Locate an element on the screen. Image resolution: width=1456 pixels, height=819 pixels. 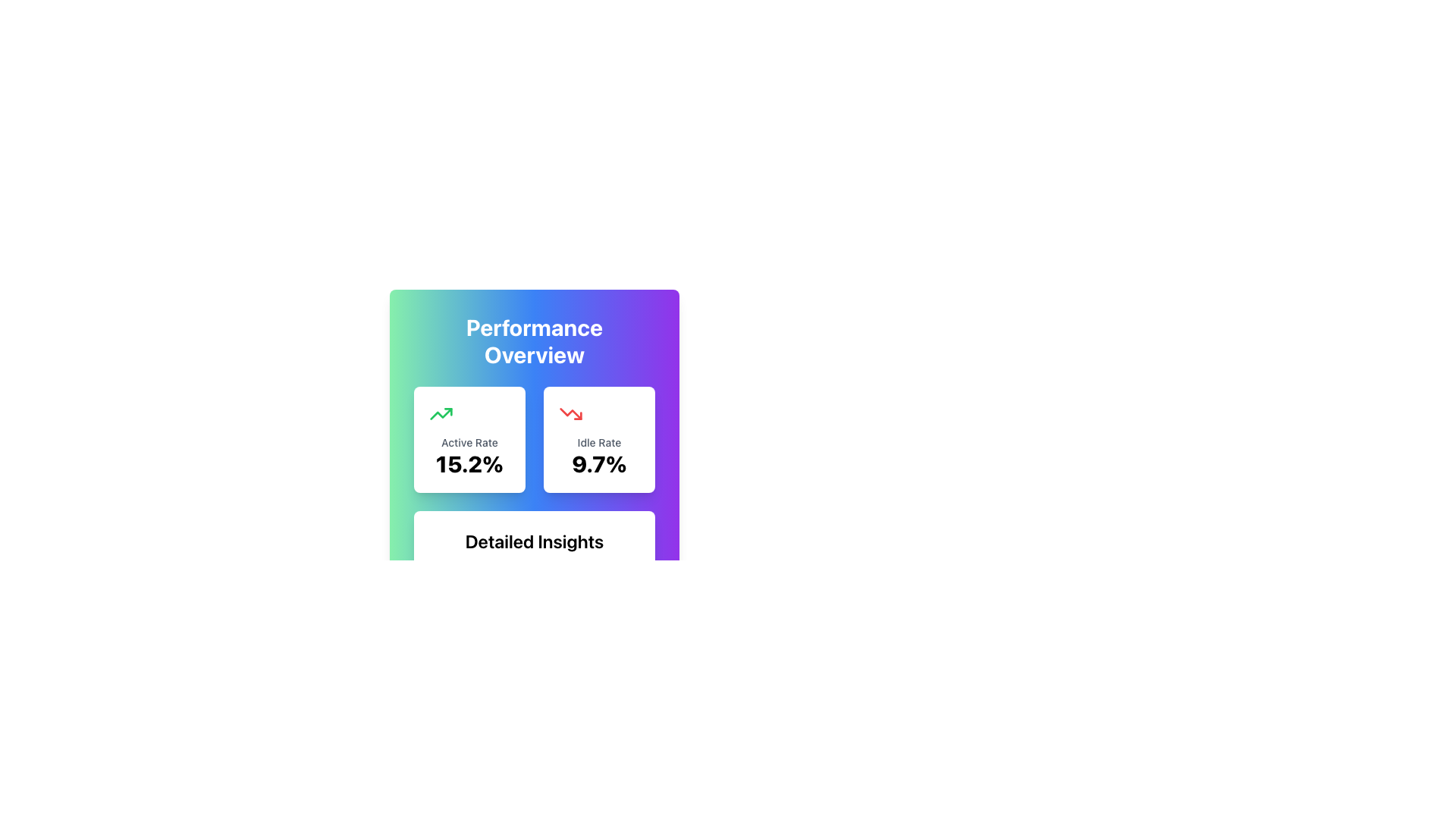
the text label displaying '9.7%' in bold, modern sans-serif font, located within the white rounded-corner panel in the 'Performance Overview' section is located at coordinates (598, 463).